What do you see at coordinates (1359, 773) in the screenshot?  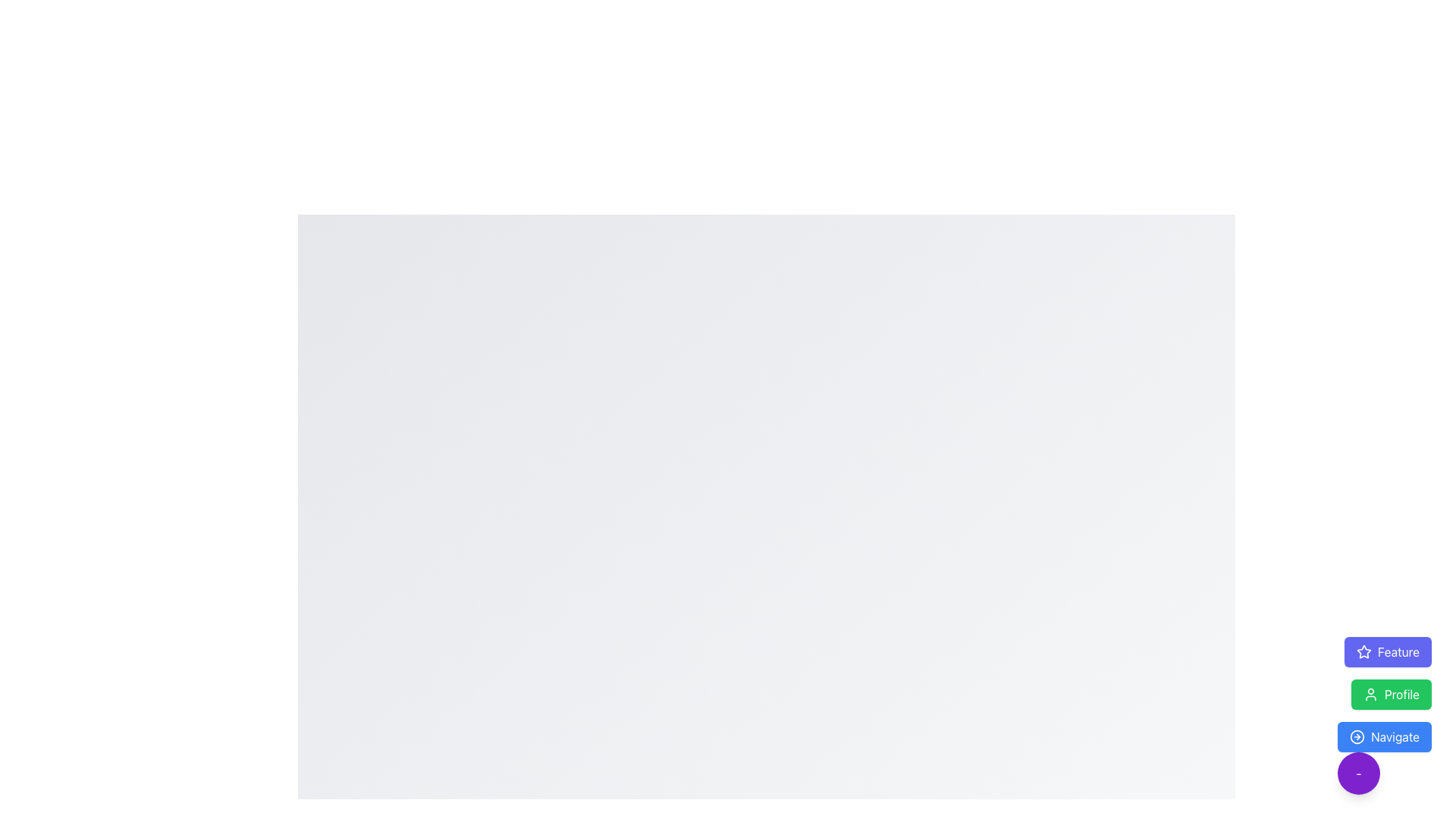 I see `the circular purple button with a white '-' symbol, located at the bottom of a vertical stack of buttons` at bounding box center [1359, 773].